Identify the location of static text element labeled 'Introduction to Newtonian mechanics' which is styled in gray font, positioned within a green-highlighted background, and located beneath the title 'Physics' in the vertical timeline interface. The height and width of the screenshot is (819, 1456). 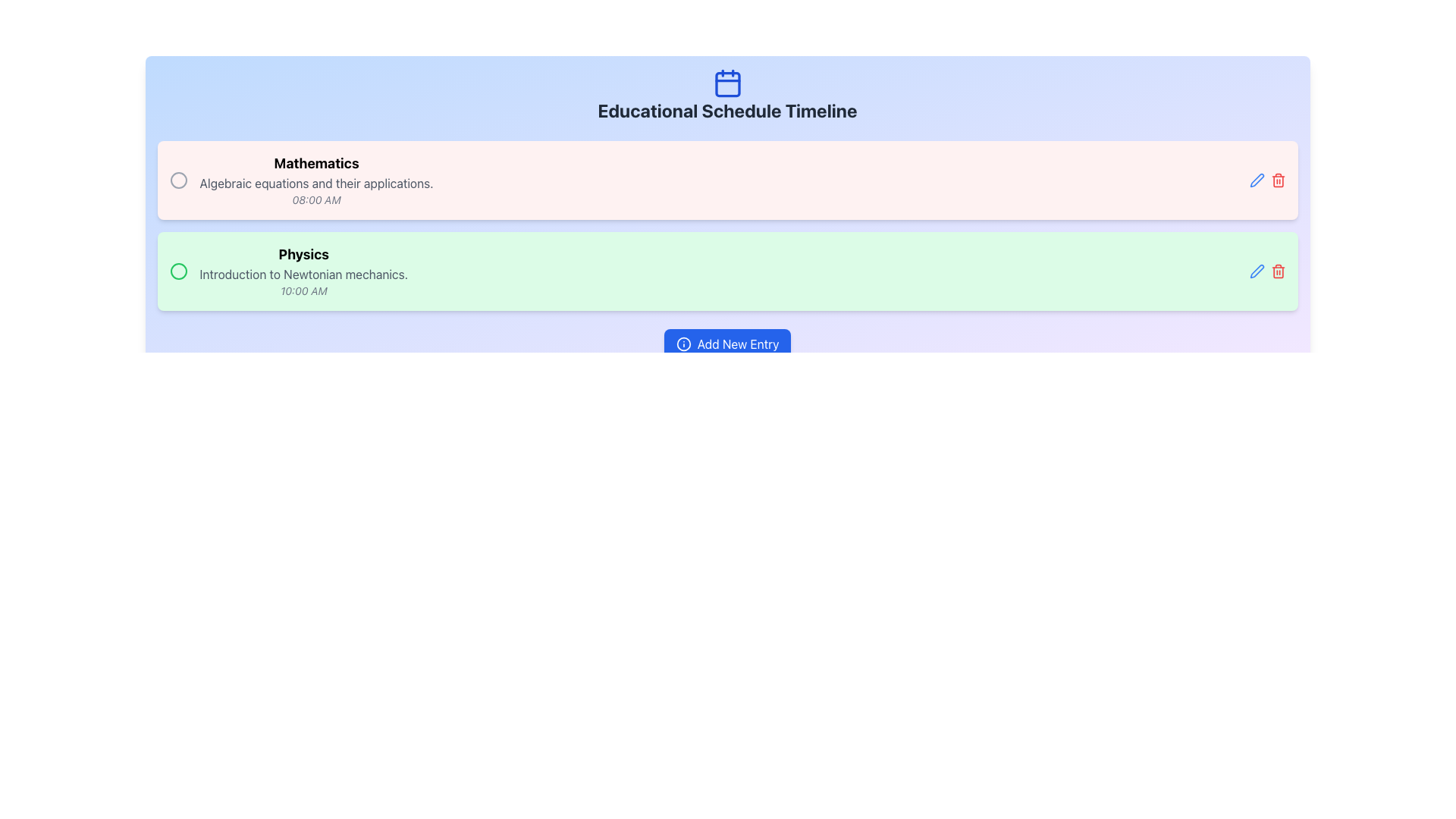
(303, 275).